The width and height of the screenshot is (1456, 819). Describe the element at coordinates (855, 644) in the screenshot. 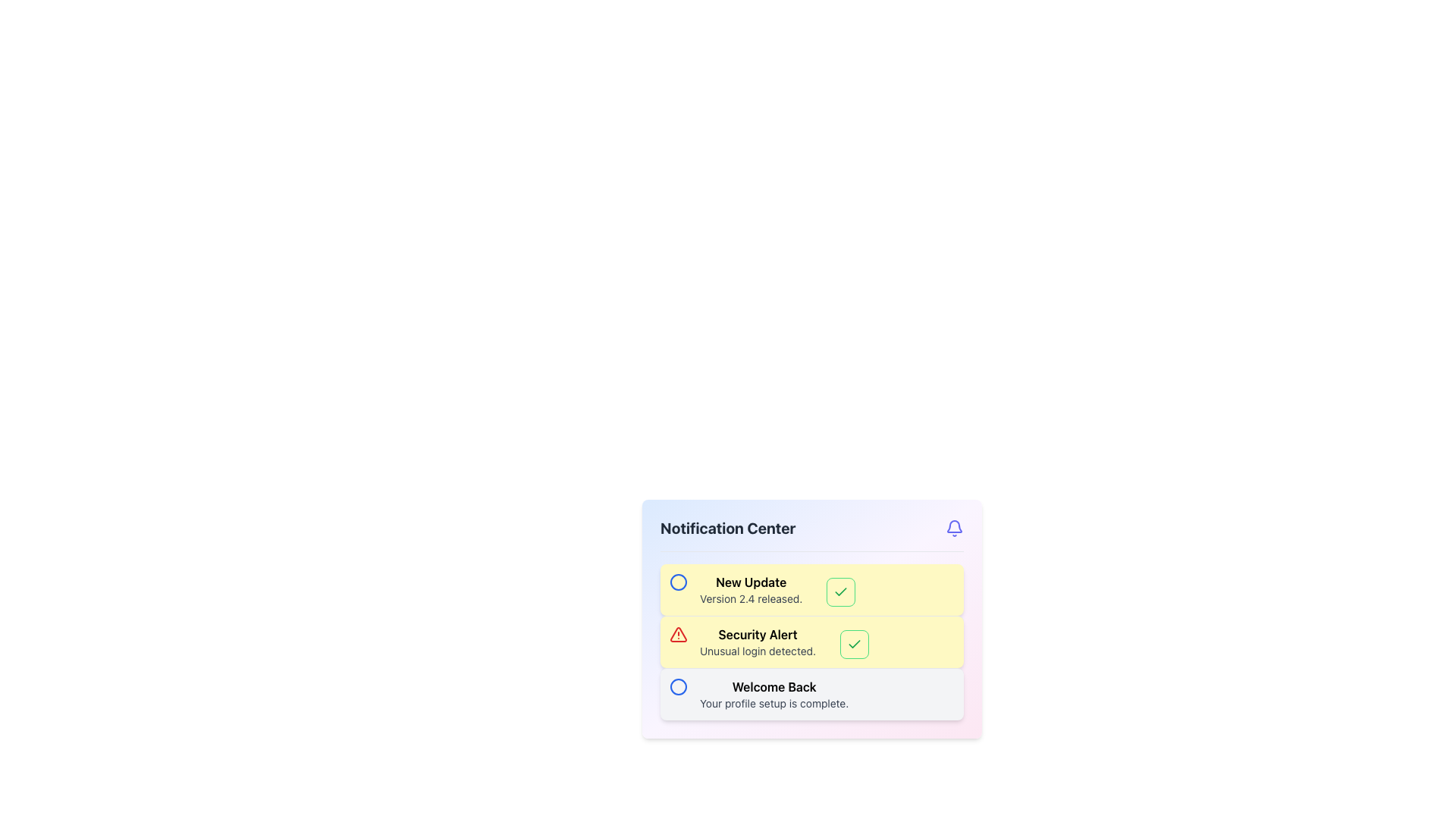

I see `the confirmation button located in the bottom-right corner of the yellow-highlighted 'Security Alert' notification to mark the notification as acknowledged` at that location.